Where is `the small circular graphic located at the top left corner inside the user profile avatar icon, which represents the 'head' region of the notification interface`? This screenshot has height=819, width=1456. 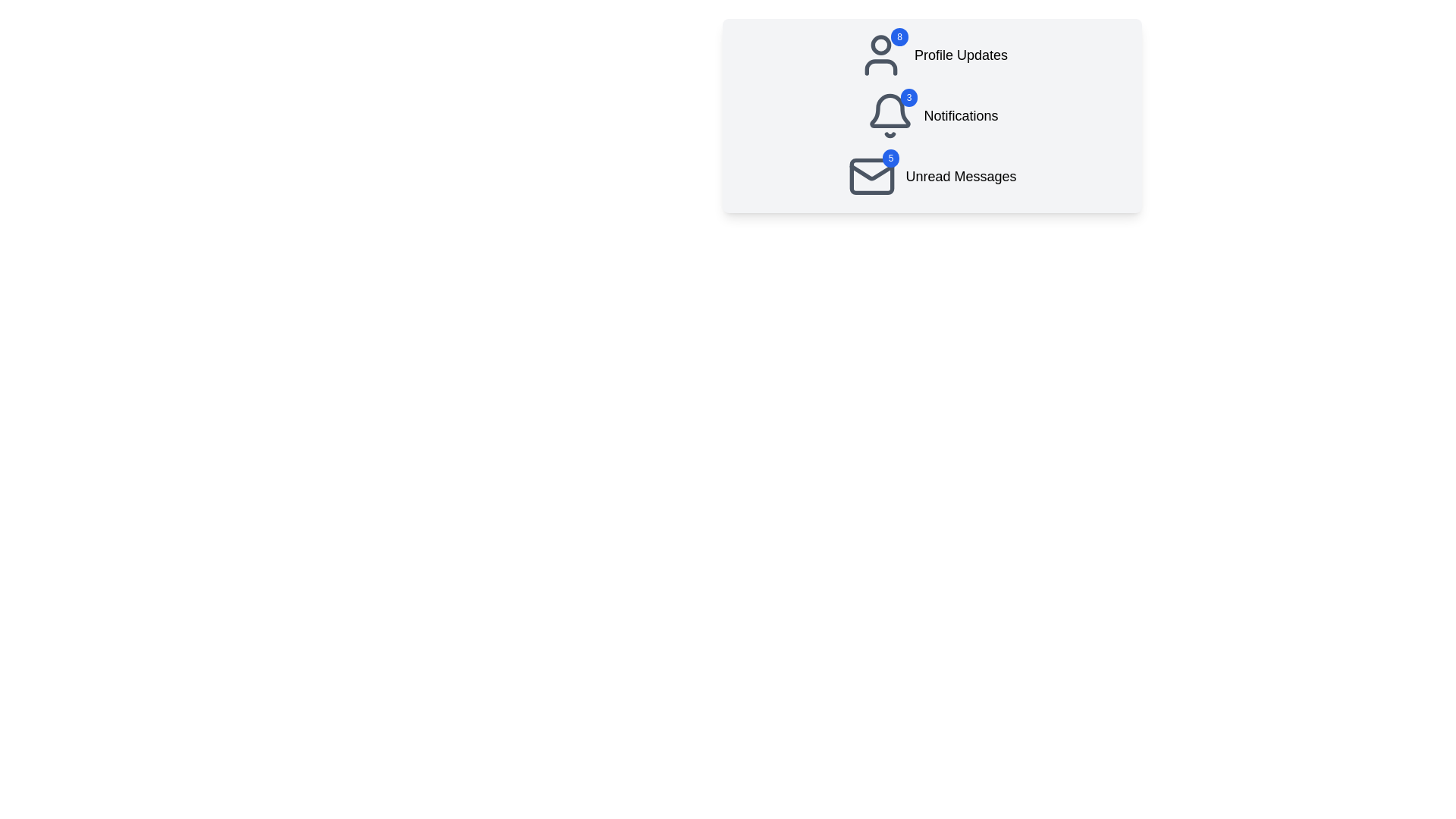 the small circular graphic located at the top left corner inside the user profile avatar icon, which represents the 'head' region of the notification interface is located at coordinates (880, 44).